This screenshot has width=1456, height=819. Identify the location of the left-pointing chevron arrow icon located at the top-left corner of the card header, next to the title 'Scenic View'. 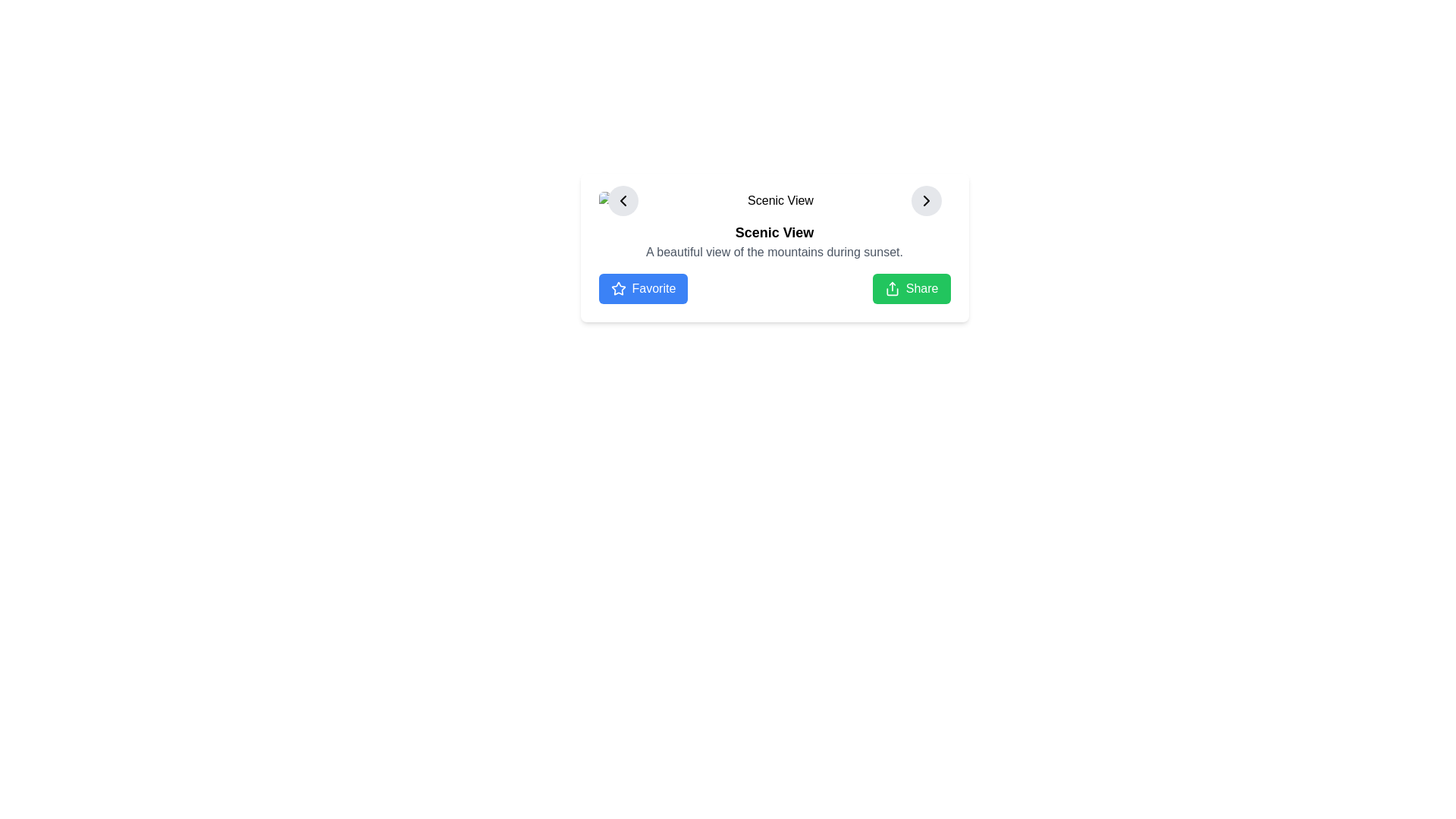
(623, 200).